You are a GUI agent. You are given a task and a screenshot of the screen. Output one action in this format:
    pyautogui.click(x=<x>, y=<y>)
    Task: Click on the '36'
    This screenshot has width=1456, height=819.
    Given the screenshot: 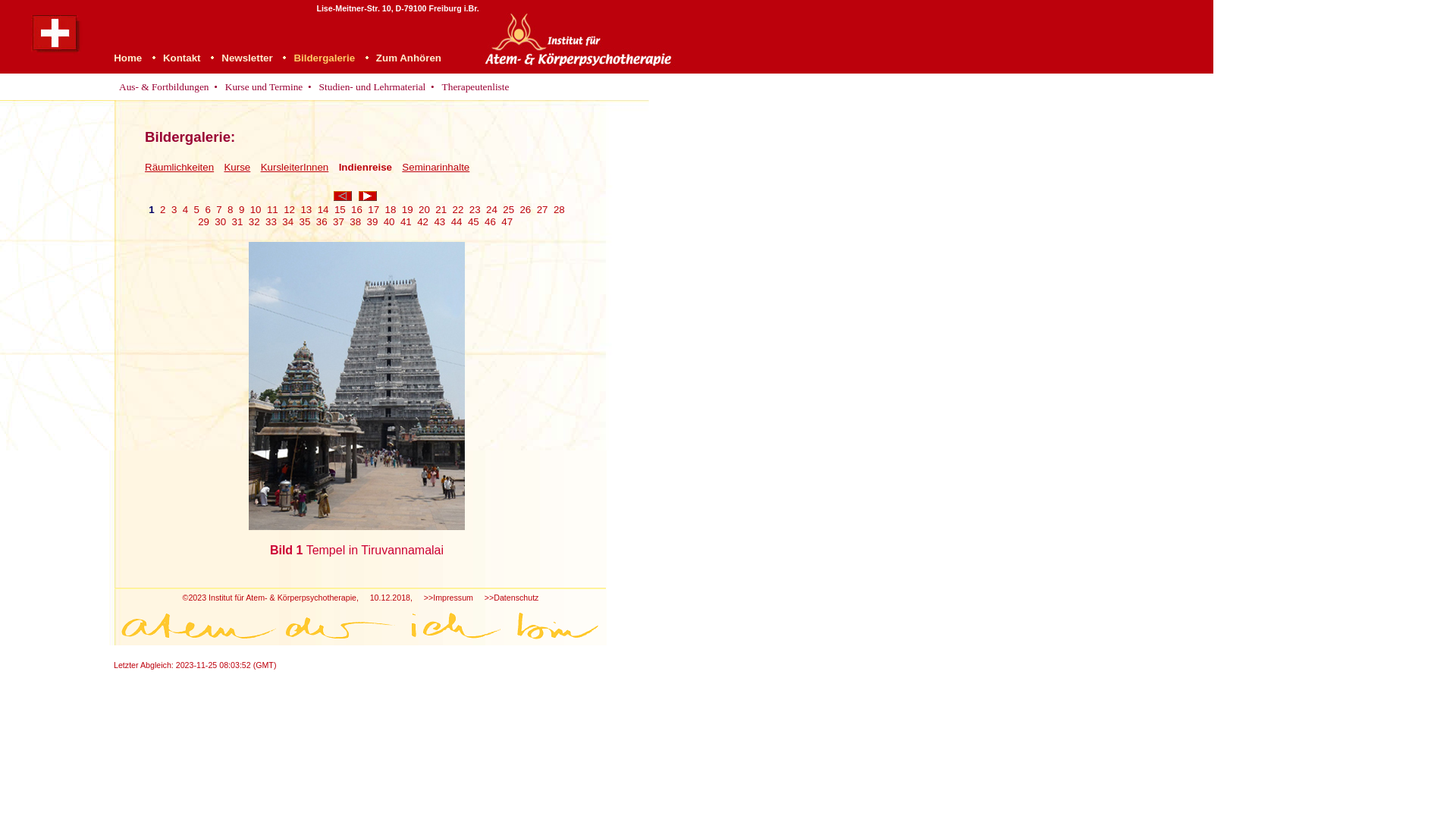 What is the action you would take?
    pyautogui.click(x=315, y=221)
    